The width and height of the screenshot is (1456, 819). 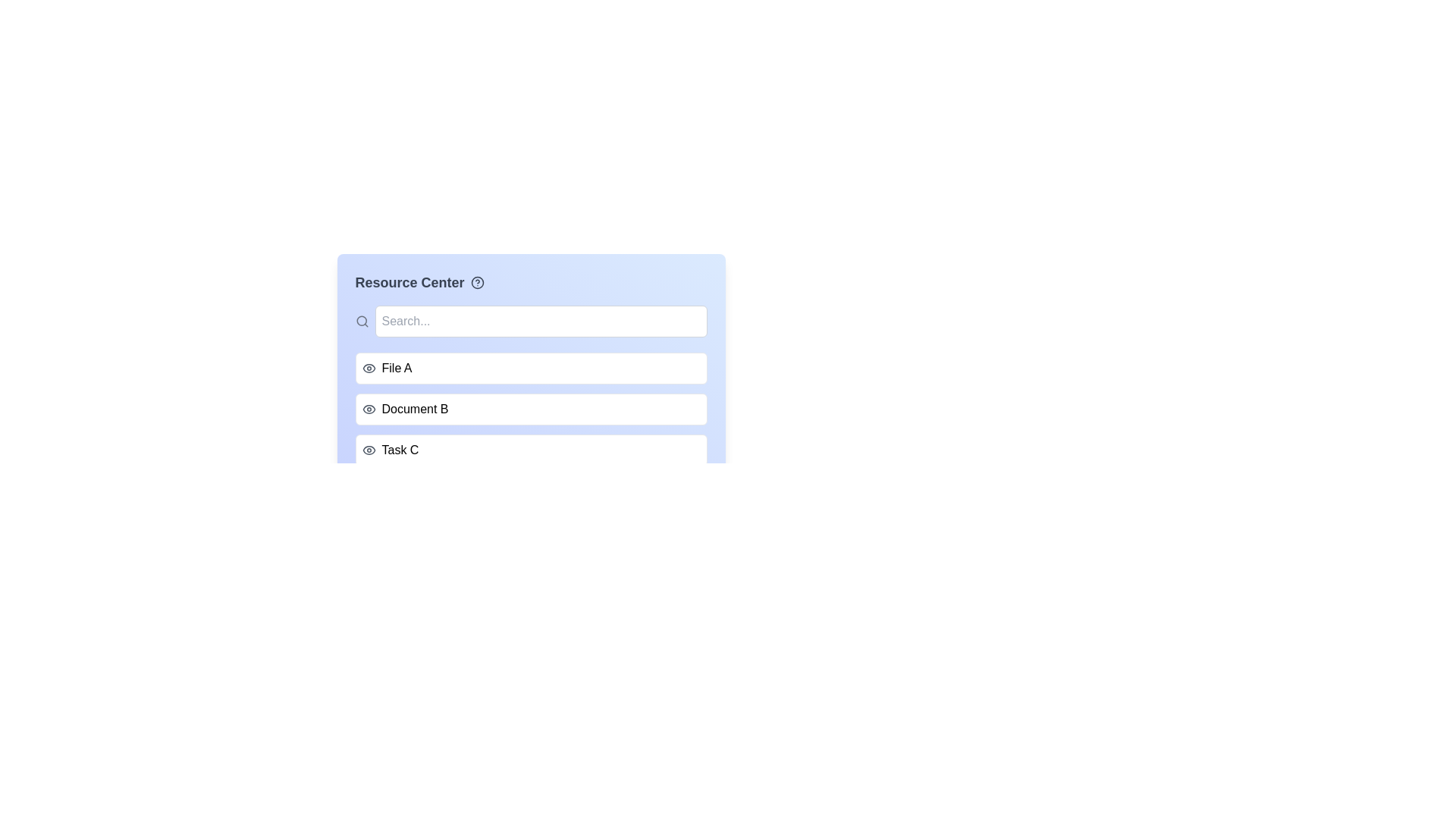 I want to click on search icon element located in the top-left section of the search bar within the 'Resource Center' toolbar using developer tools, so click(x=360, y=320).